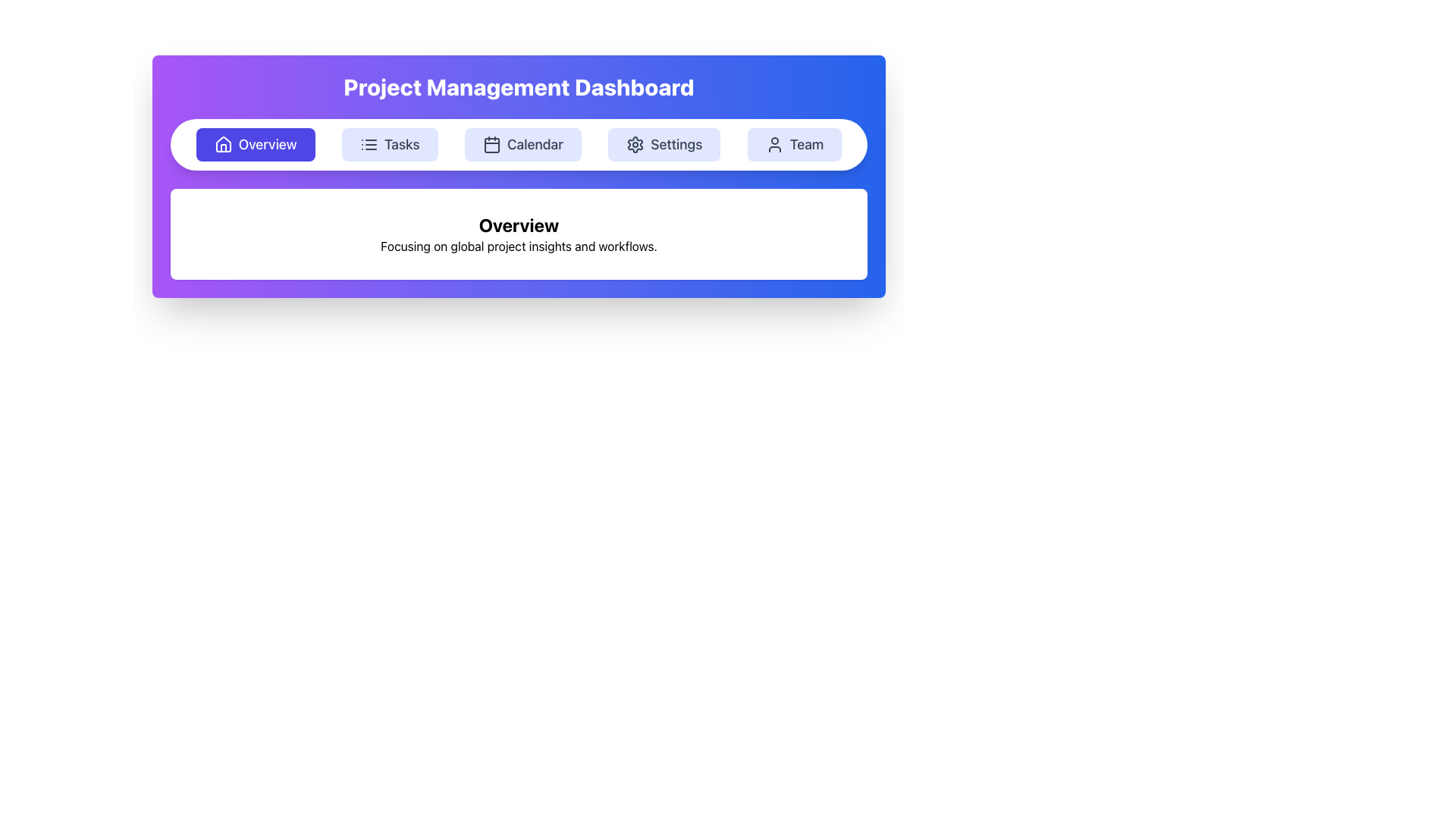  I want to click on the 'Team' icon located within the navigation bar, which is the fourth button from the left, so click(774, 145).